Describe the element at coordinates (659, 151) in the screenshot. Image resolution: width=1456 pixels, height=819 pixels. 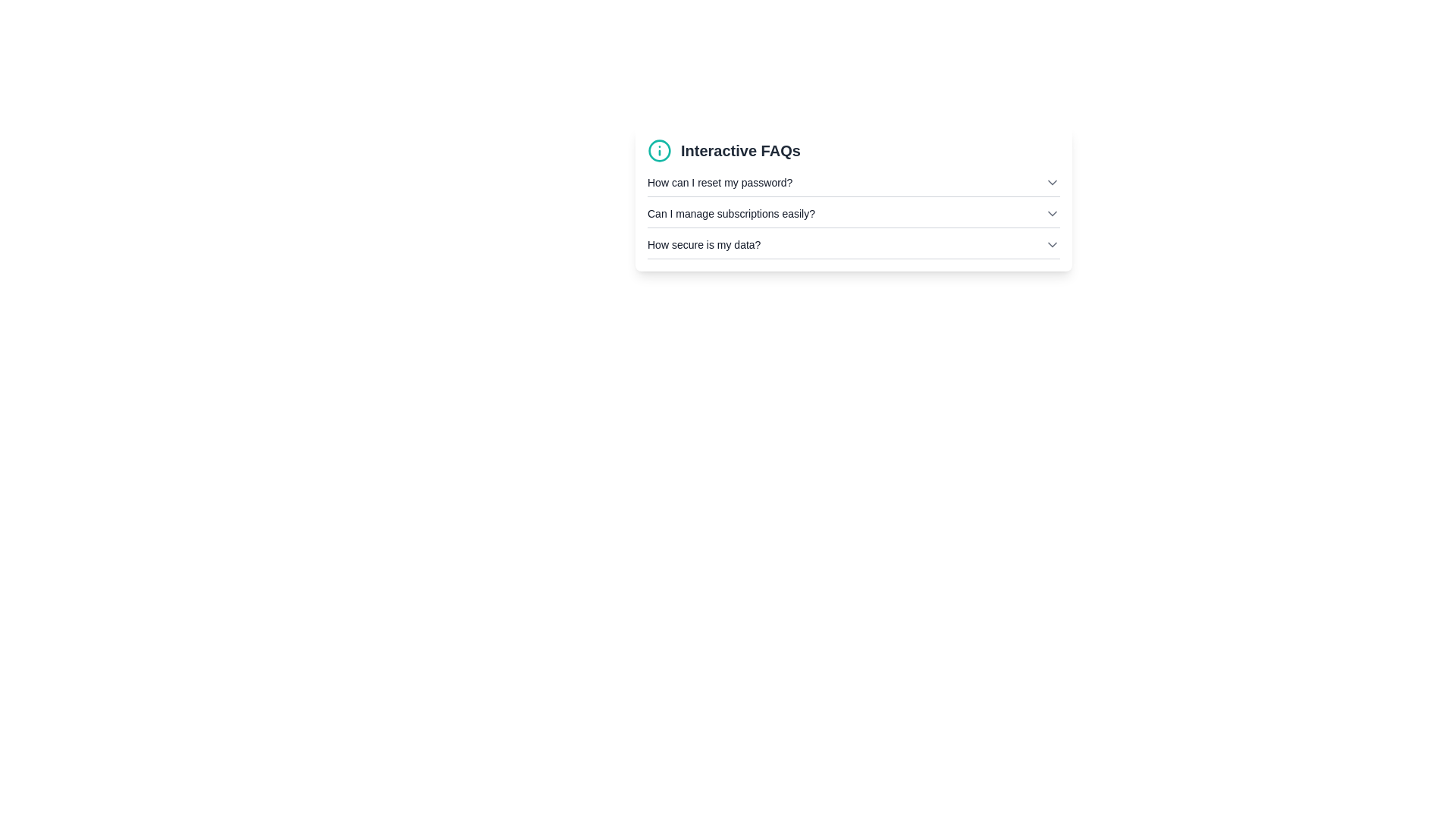
I see `the SVG Circle Element that serves as a base or background for the 'Interactive FAQs' icon, located at the top of the help or FAQ section` at that location.